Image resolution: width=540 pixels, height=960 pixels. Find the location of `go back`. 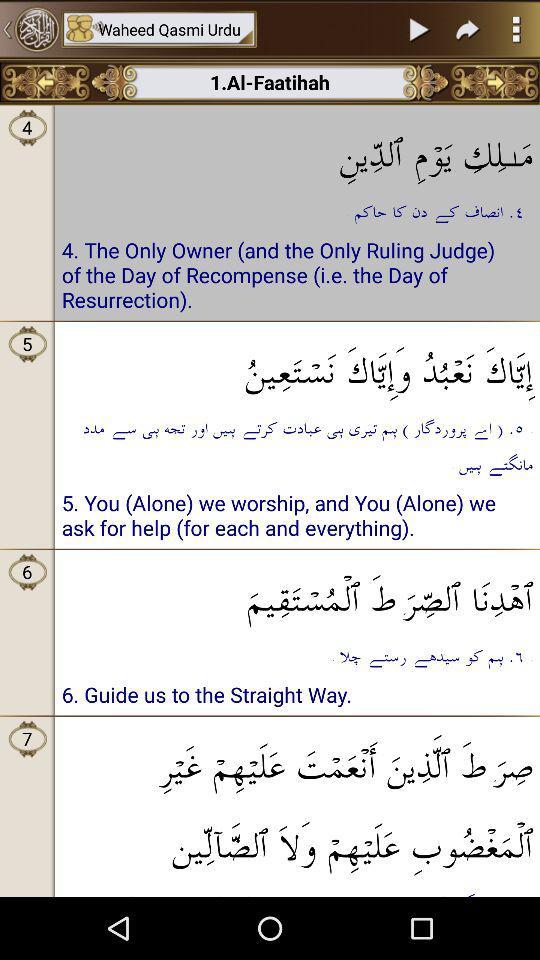

go back is located at coordinates (45, 82).